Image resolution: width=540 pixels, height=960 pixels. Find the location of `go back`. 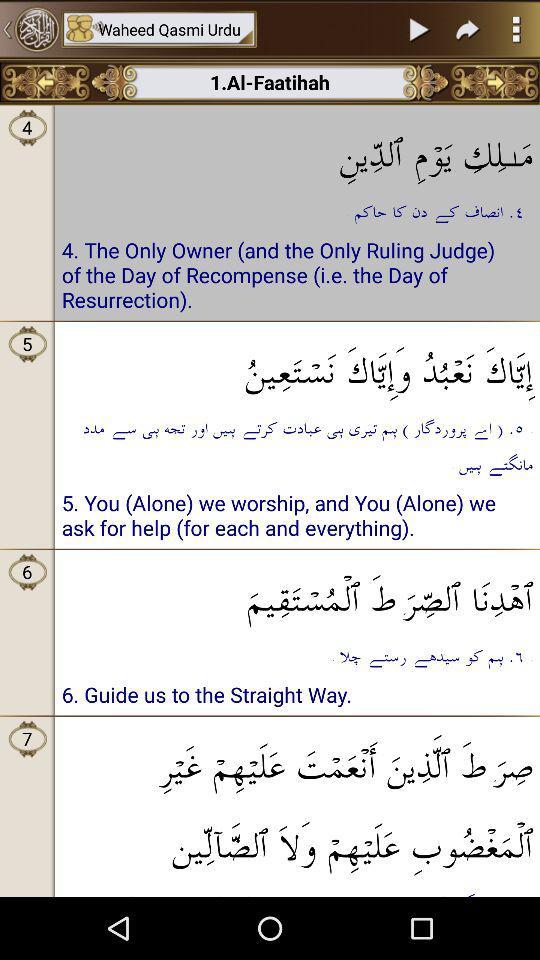

go back is located at coordinates (45, 82).